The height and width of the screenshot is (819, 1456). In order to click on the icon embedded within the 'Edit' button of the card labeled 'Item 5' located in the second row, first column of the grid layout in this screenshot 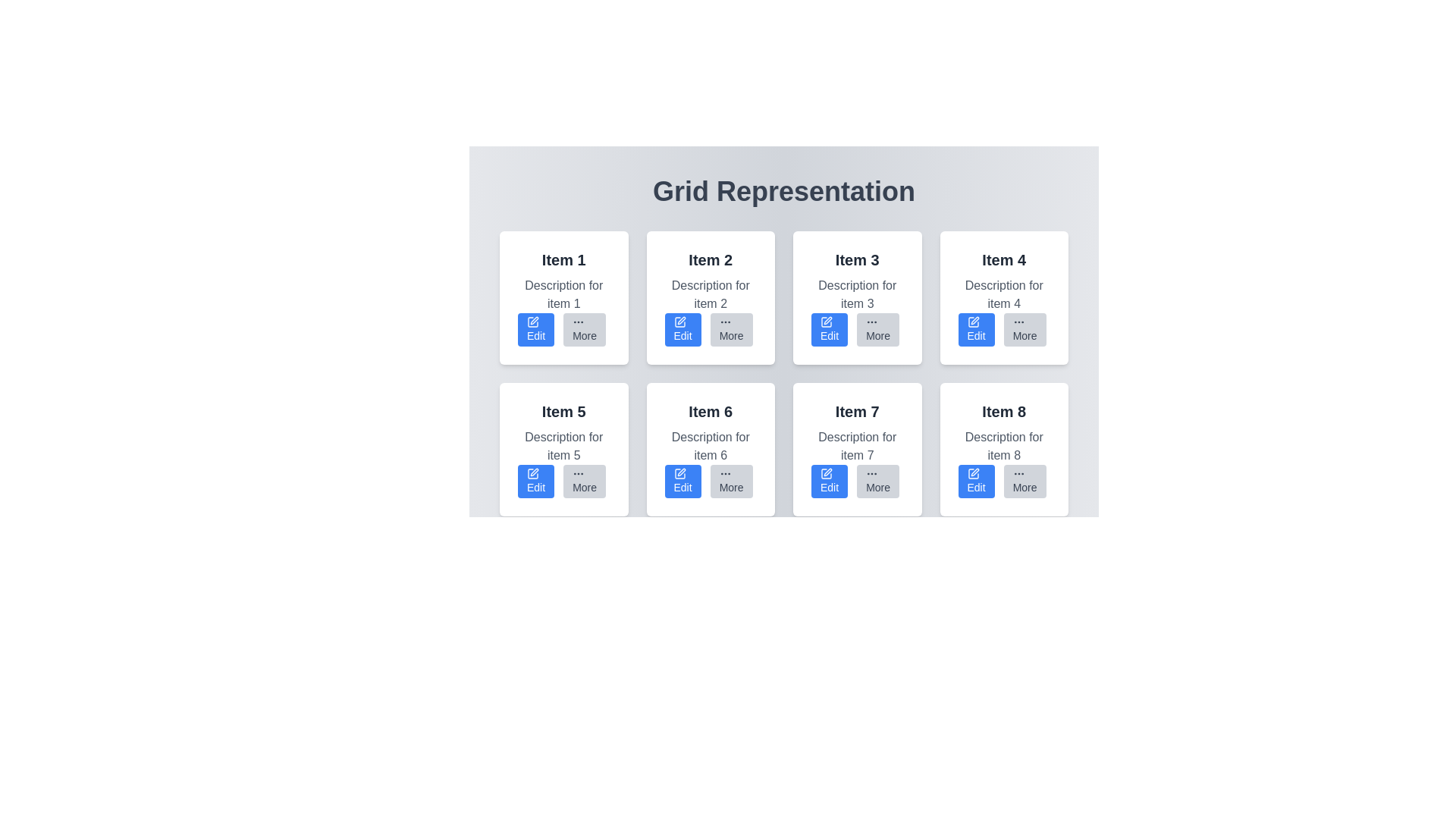, I will do `click(532, 472)`.